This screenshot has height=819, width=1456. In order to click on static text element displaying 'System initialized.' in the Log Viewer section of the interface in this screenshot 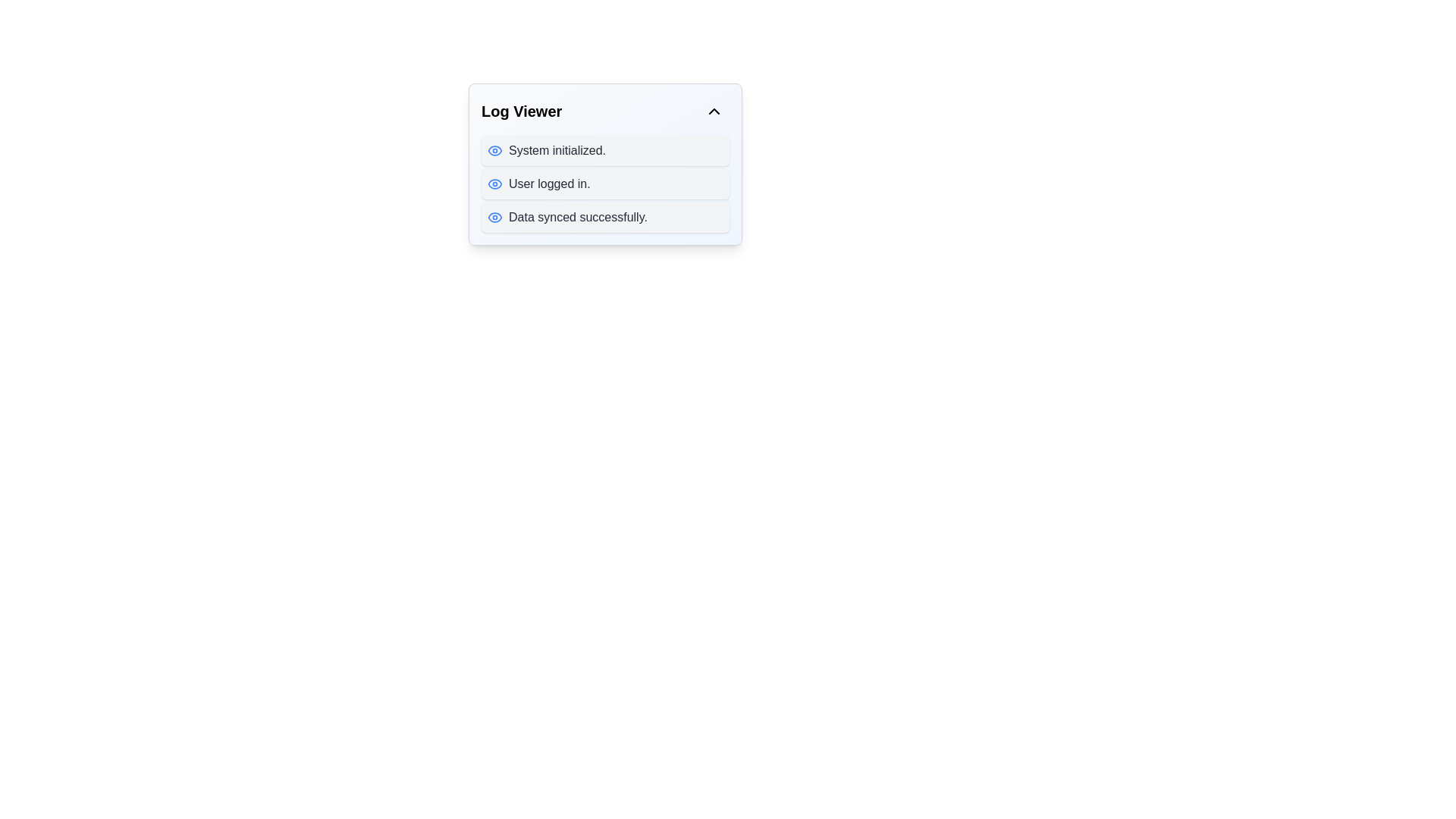, I will do `click(556, 151)`.